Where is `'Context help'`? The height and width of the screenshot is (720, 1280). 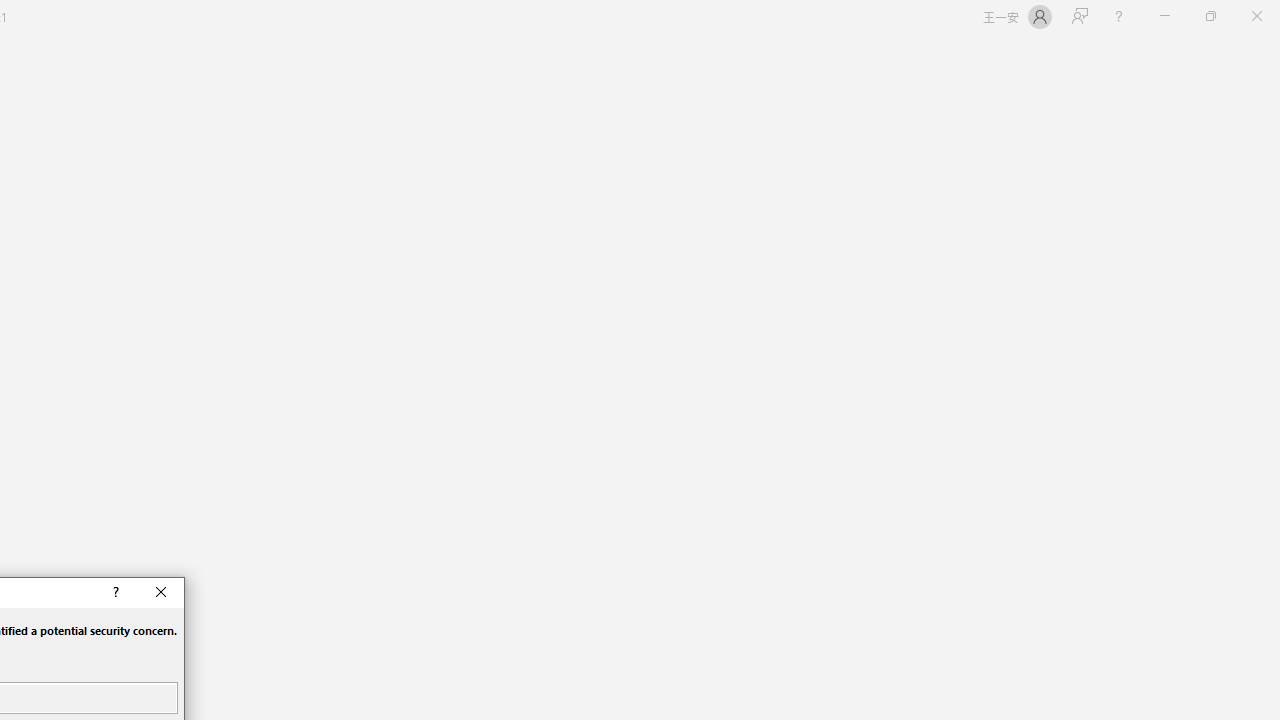
'Context help' is located at coordinates (113, 591).